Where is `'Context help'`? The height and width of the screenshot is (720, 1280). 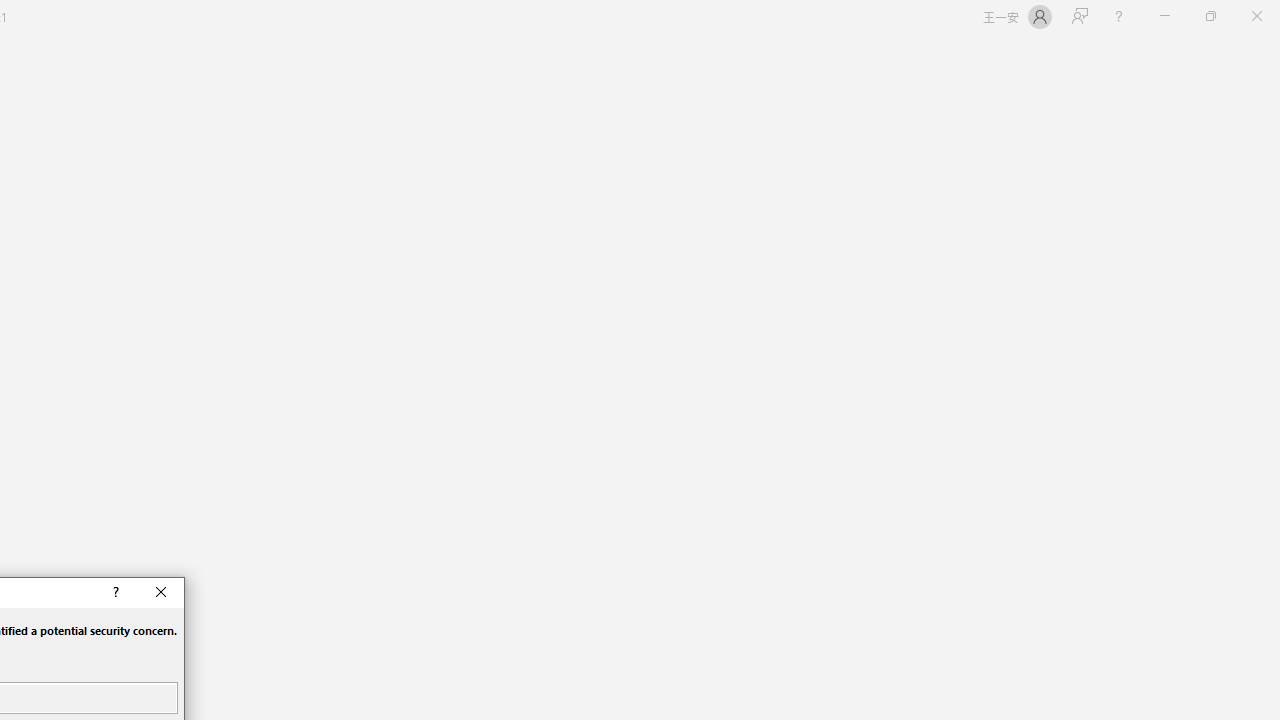
'Context help' is located at coordinates (113, 591).